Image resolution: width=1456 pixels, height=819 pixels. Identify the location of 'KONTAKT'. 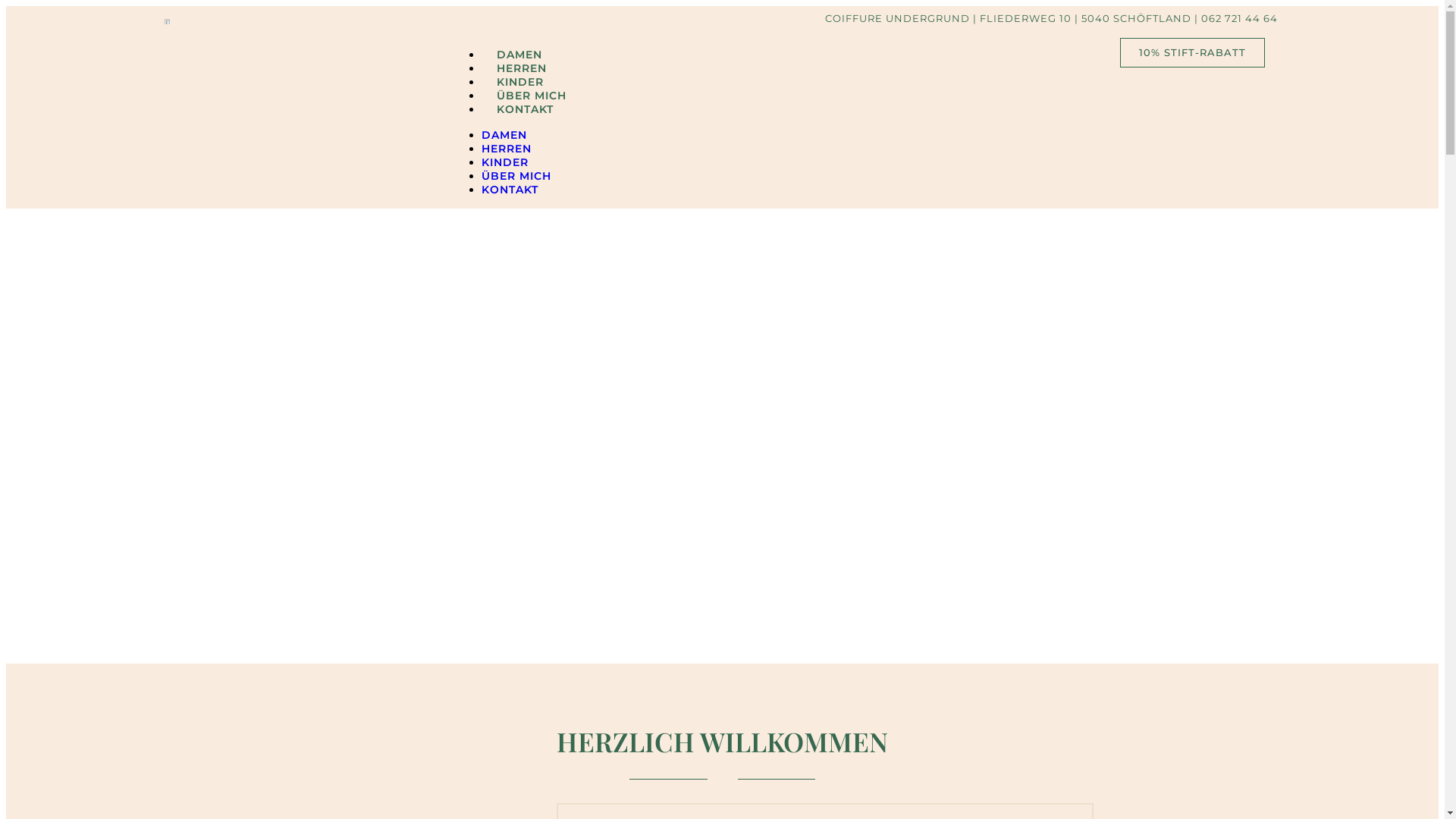
(510, 189).